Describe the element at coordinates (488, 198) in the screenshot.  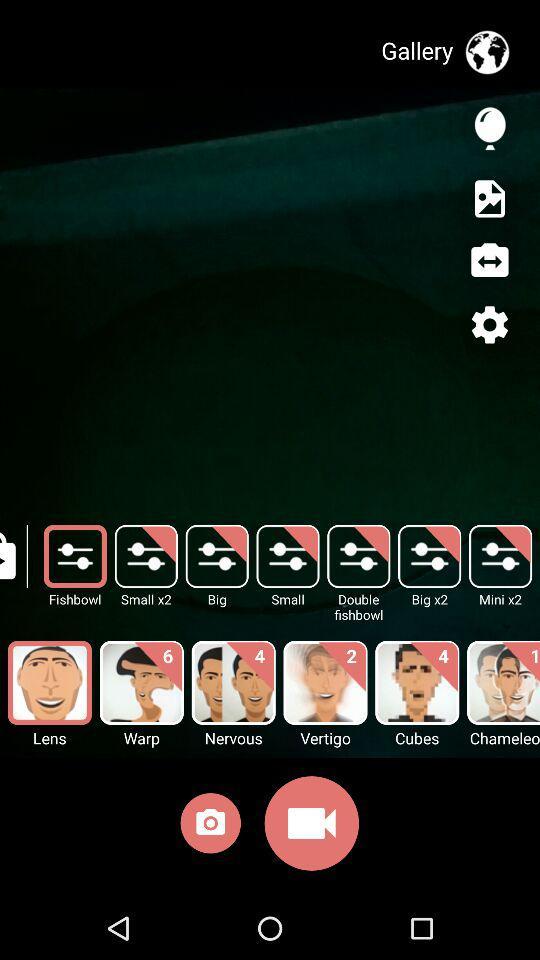
I see `the wallpaper icon` at that location.